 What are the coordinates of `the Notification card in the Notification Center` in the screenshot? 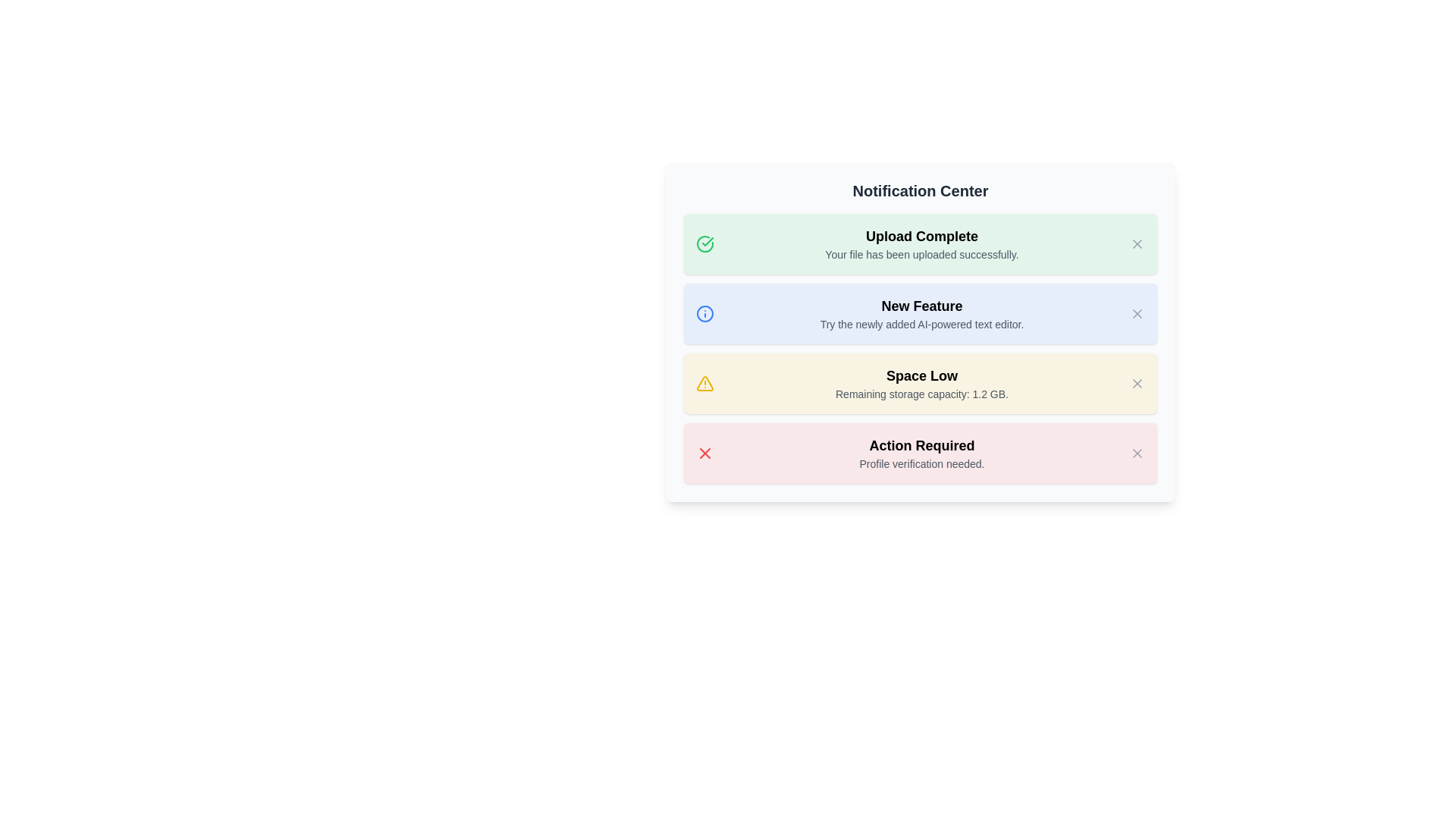 It's located at (920, 243).